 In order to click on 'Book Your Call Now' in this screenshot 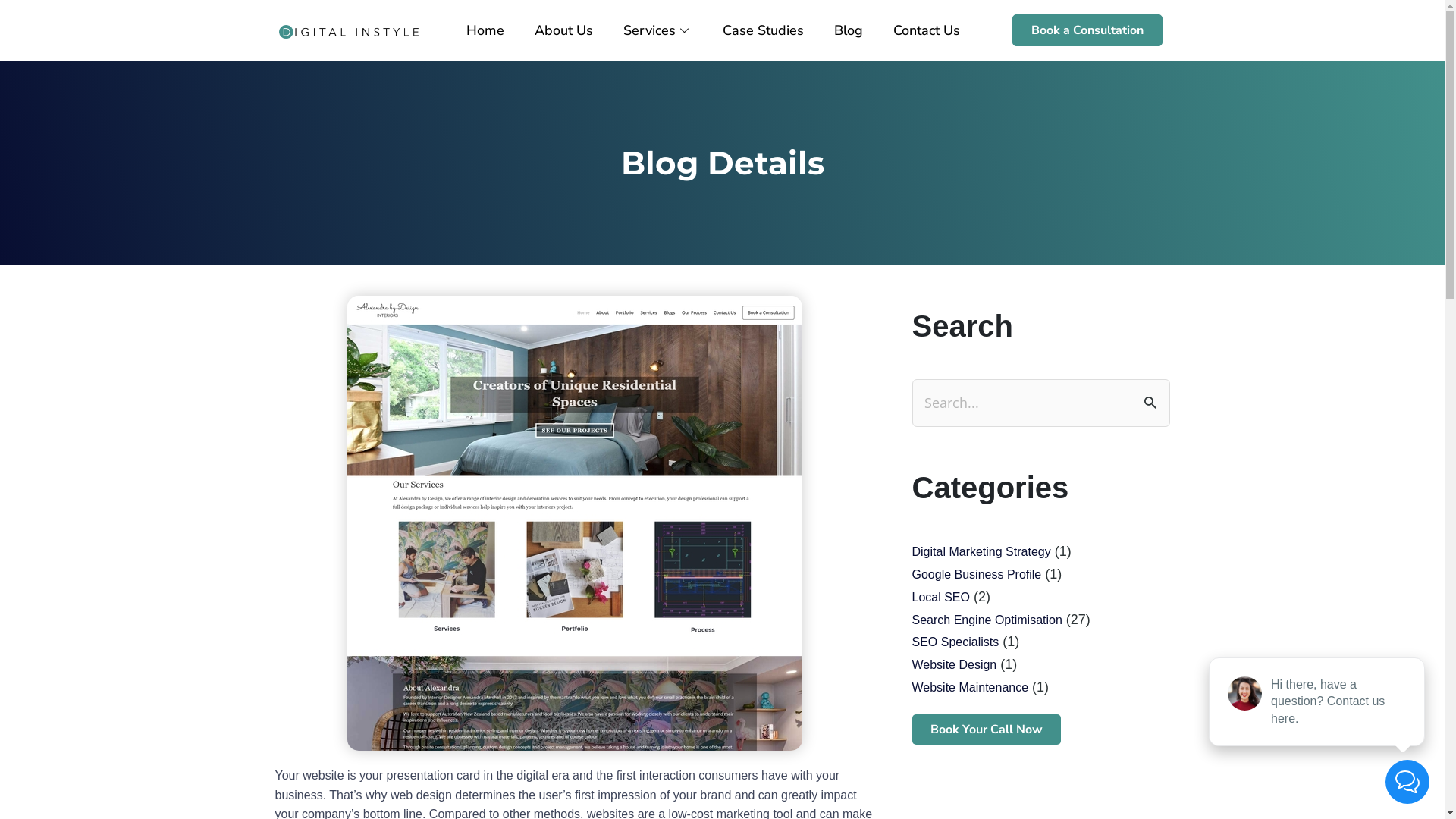, I will do `click(910, 728)`.